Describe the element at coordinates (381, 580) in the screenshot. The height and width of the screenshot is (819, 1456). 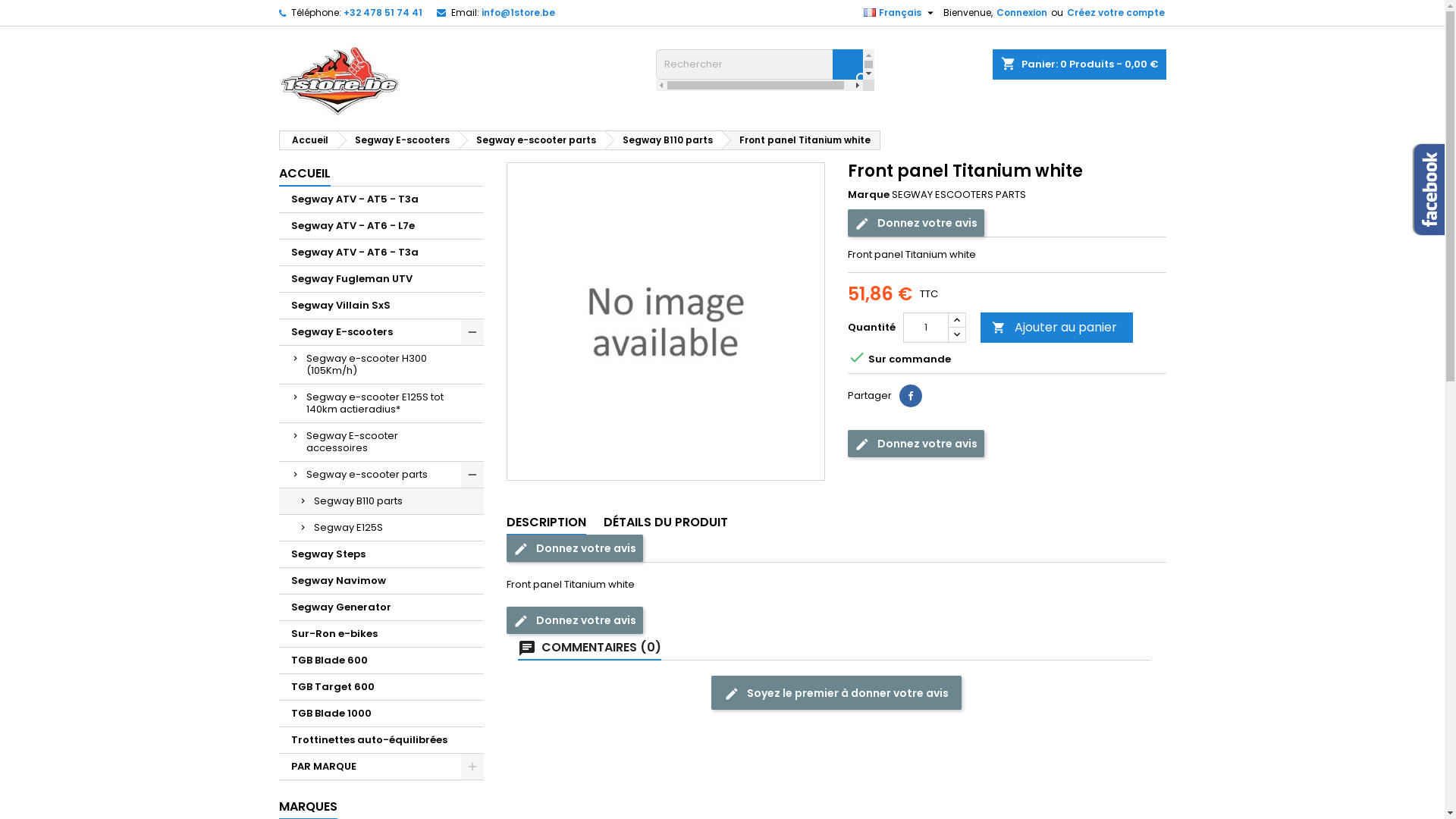
I see `'Segway Navimow'` at that location.